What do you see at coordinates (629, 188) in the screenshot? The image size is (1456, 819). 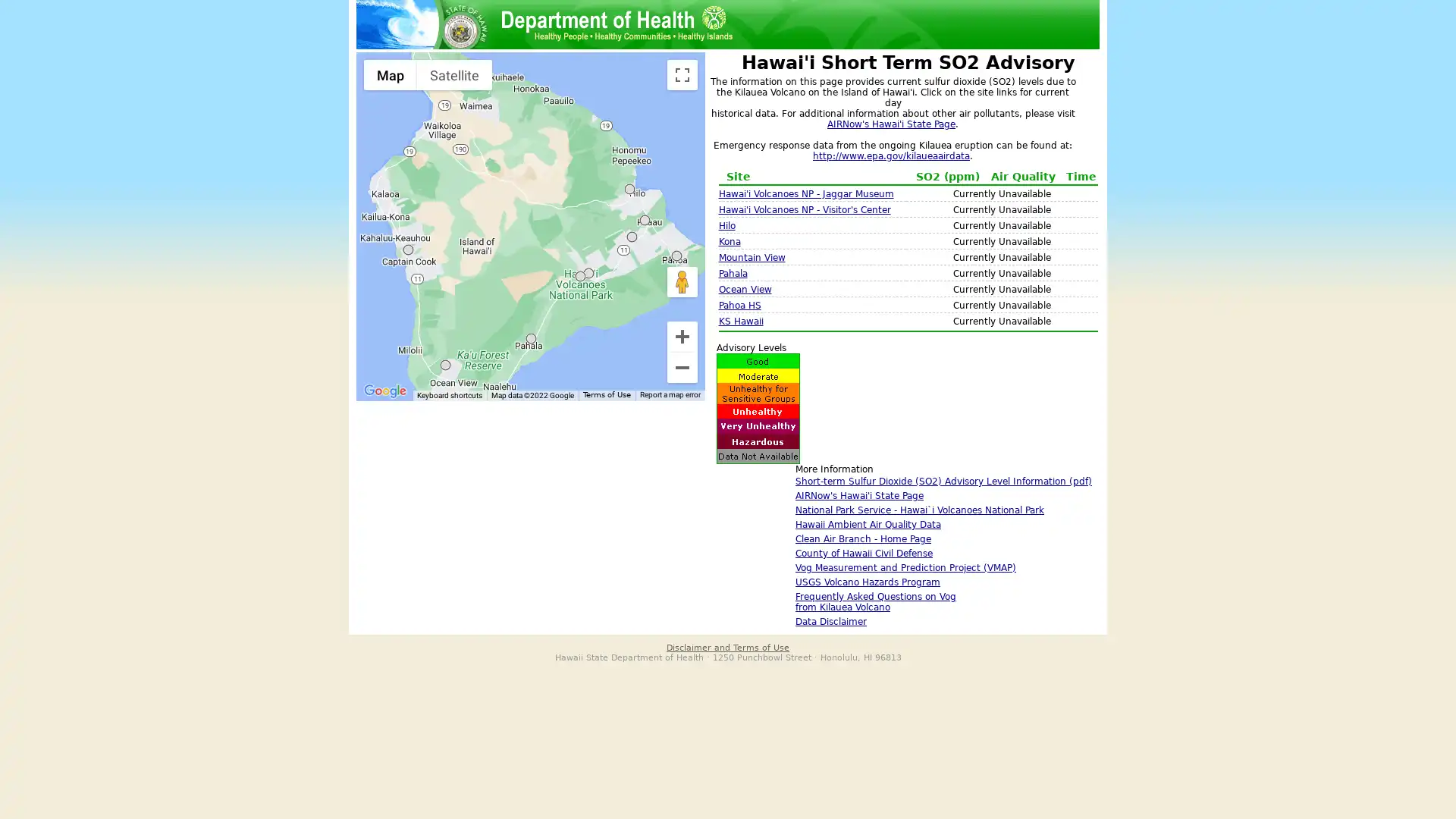 I see `Hilo: No Data` at bounding box center [629, 188].